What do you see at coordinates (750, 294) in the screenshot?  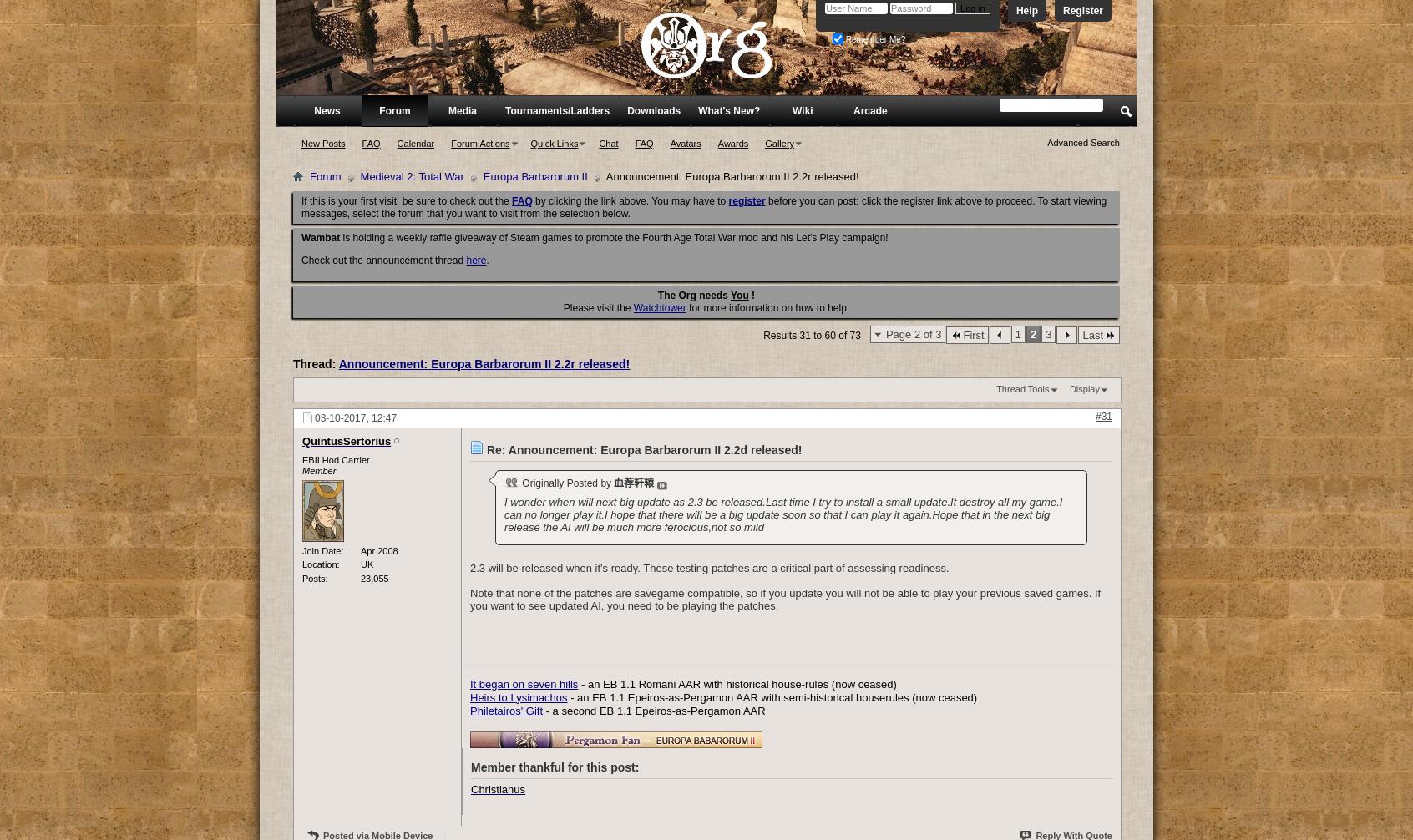 I see `'!'` at bounding box center [750, 294].